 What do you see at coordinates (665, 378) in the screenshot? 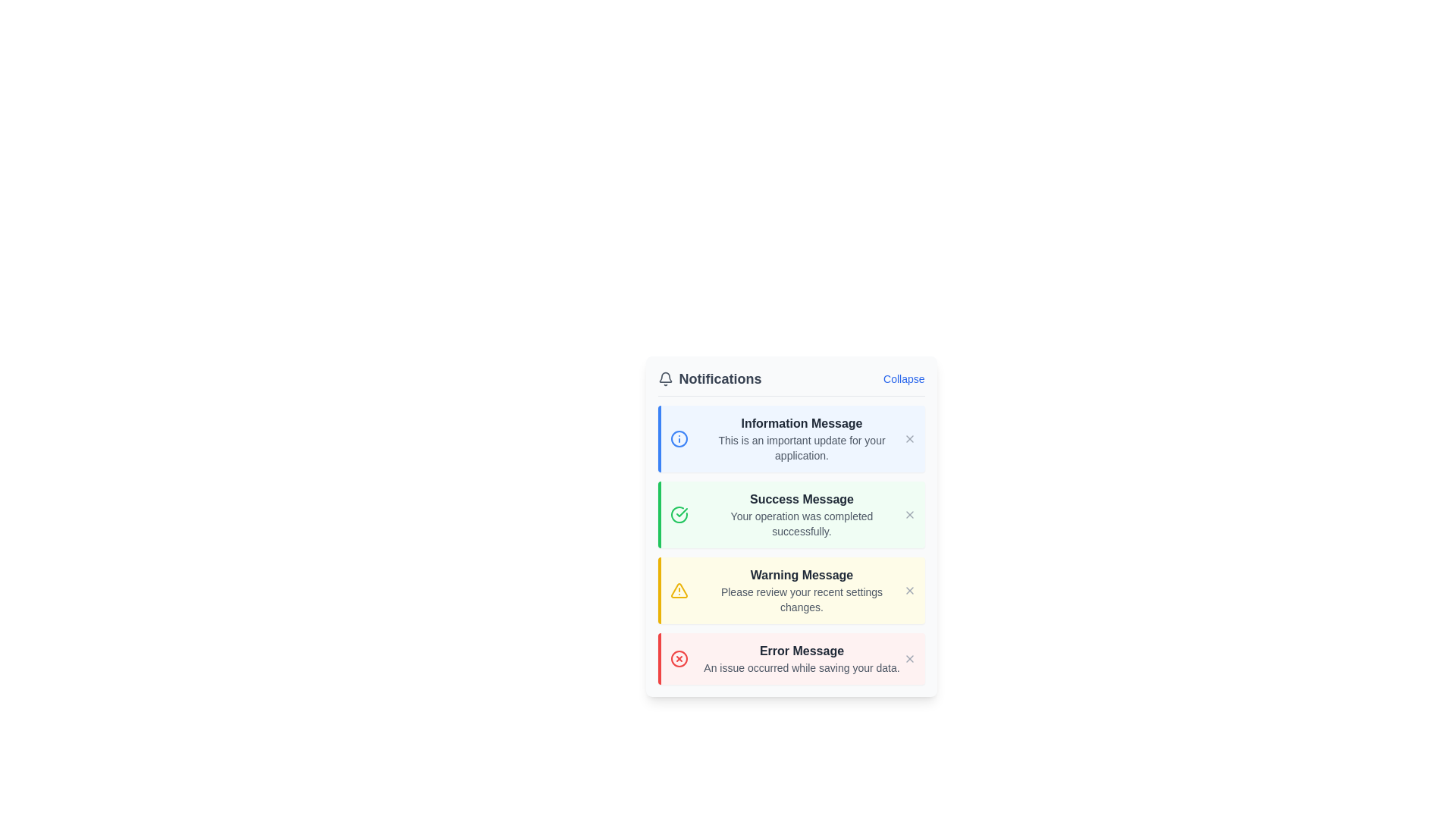
I see `the bell-shaped notification icon located to the left of the 'Notifications' text in the top-left corner of the Notifications section` at bounding box center [665, 378].